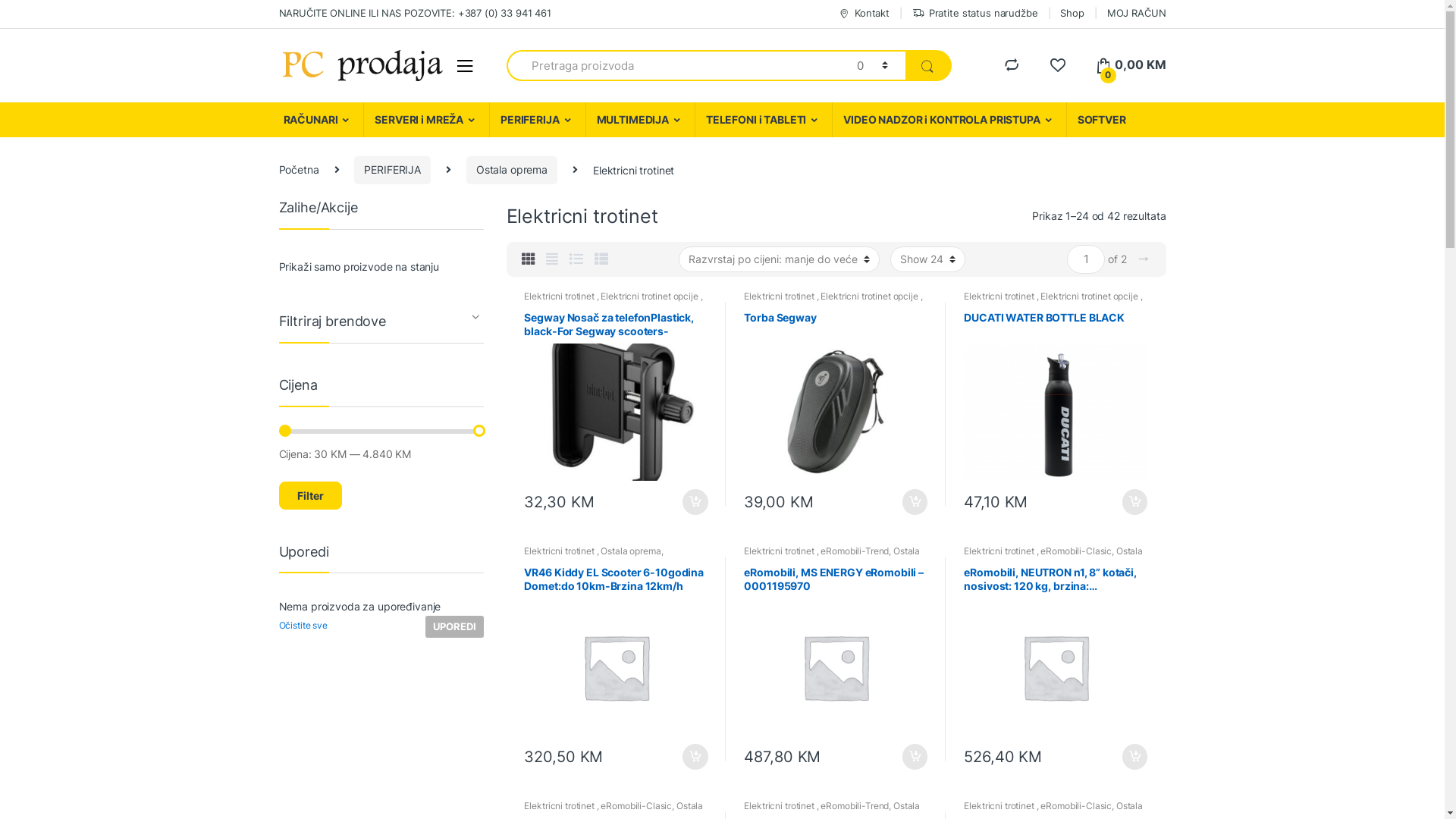 The height and width of the screenshot is (819, 1456). I want to click on 'eRomobili-Trend', so click(819, 551).